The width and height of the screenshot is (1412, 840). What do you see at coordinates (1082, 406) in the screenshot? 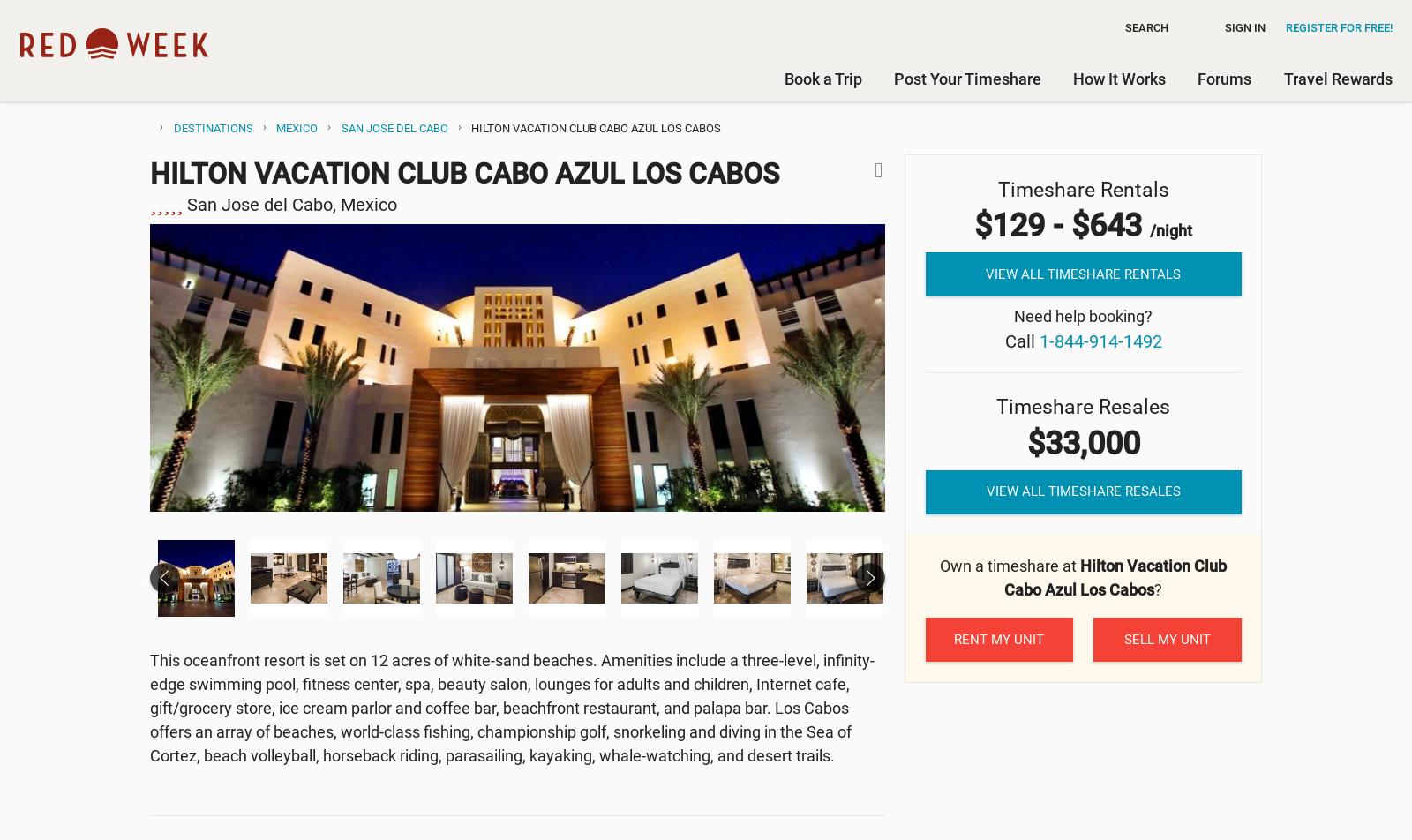
I see `'Timeshare Resales'` at bounding box center [1082, 406].